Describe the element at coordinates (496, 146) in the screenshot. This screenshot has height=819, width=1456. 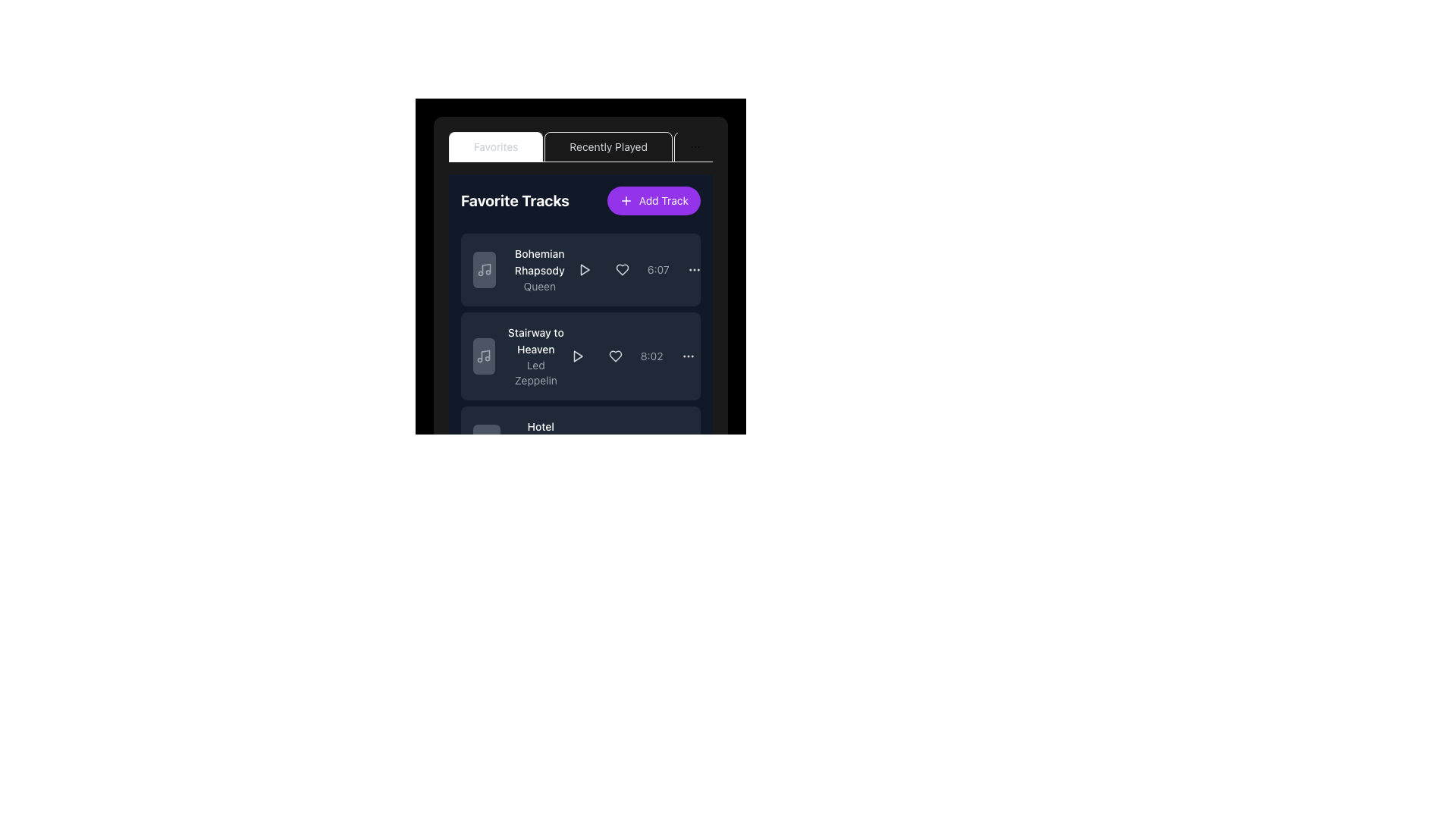
I see `the active 'Favorites' tab, which is the first tab in the row at the top of the content area` at that location.